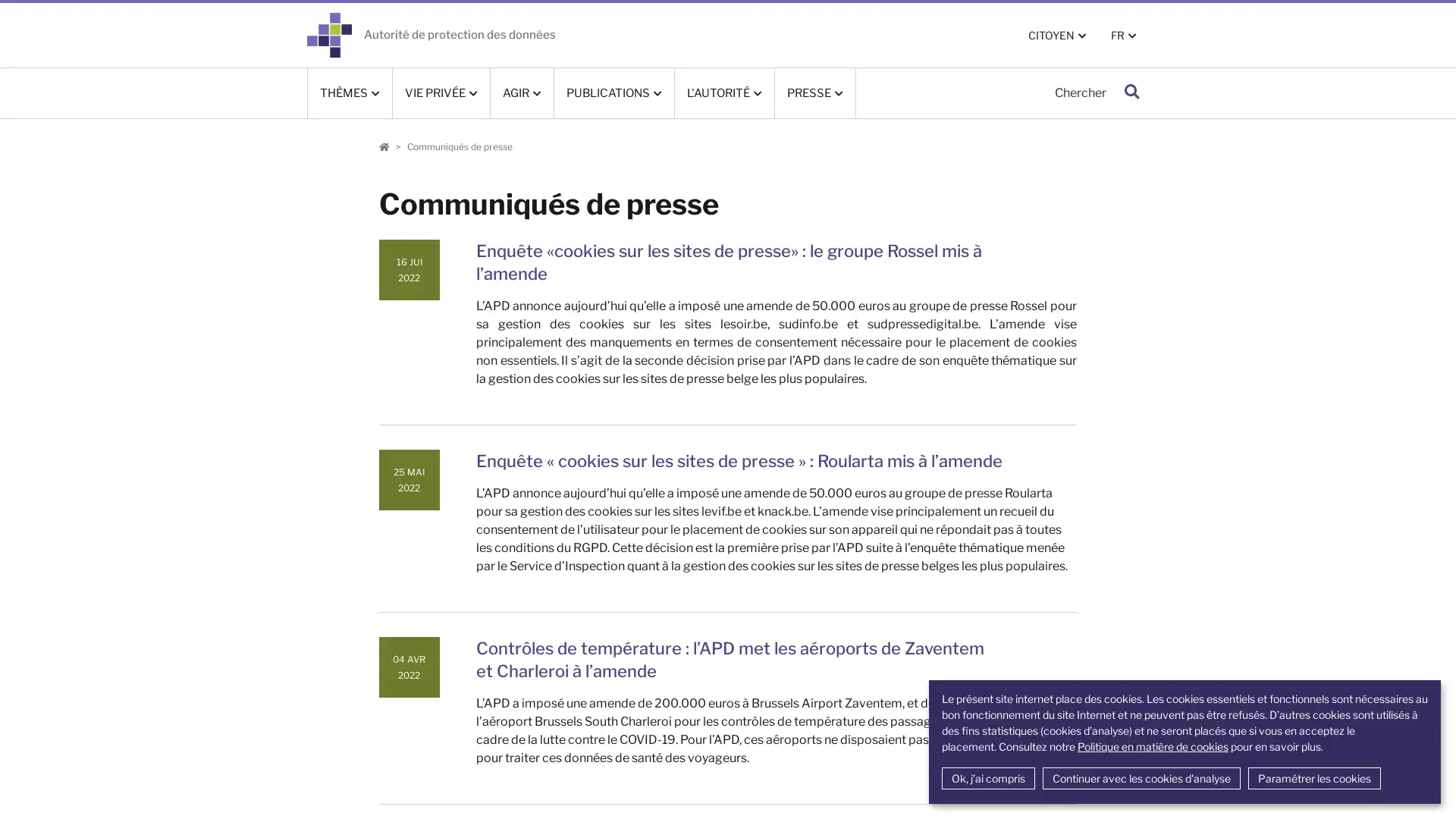 The width and height of the screenshot is (1456, 819). I want to click on Continuer avec les cookies d'analyse, so click(1141, 778).